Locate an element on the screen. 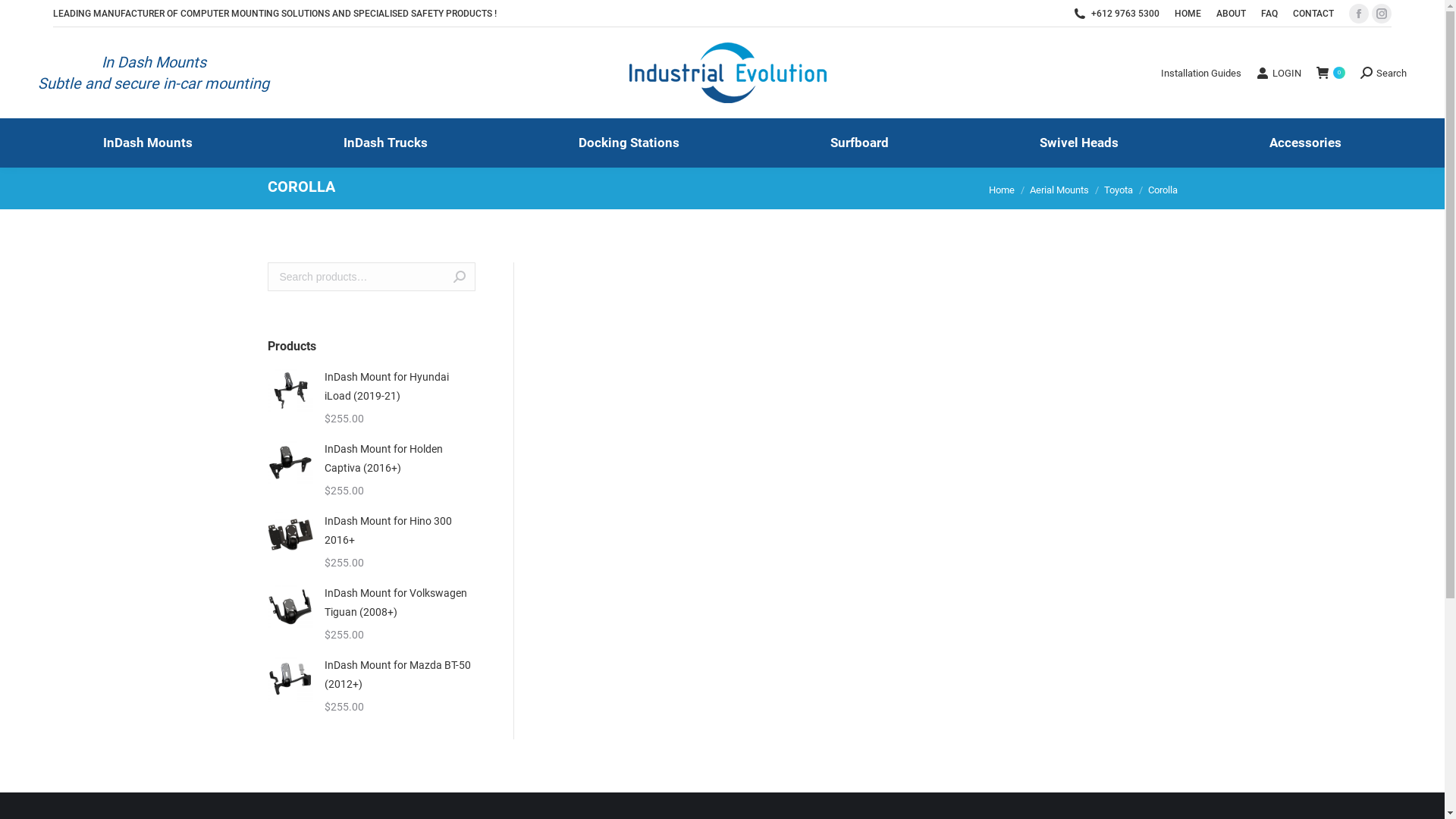 The image size is (1456, 819). 'HOME' is located at coordinates (1187, 14).